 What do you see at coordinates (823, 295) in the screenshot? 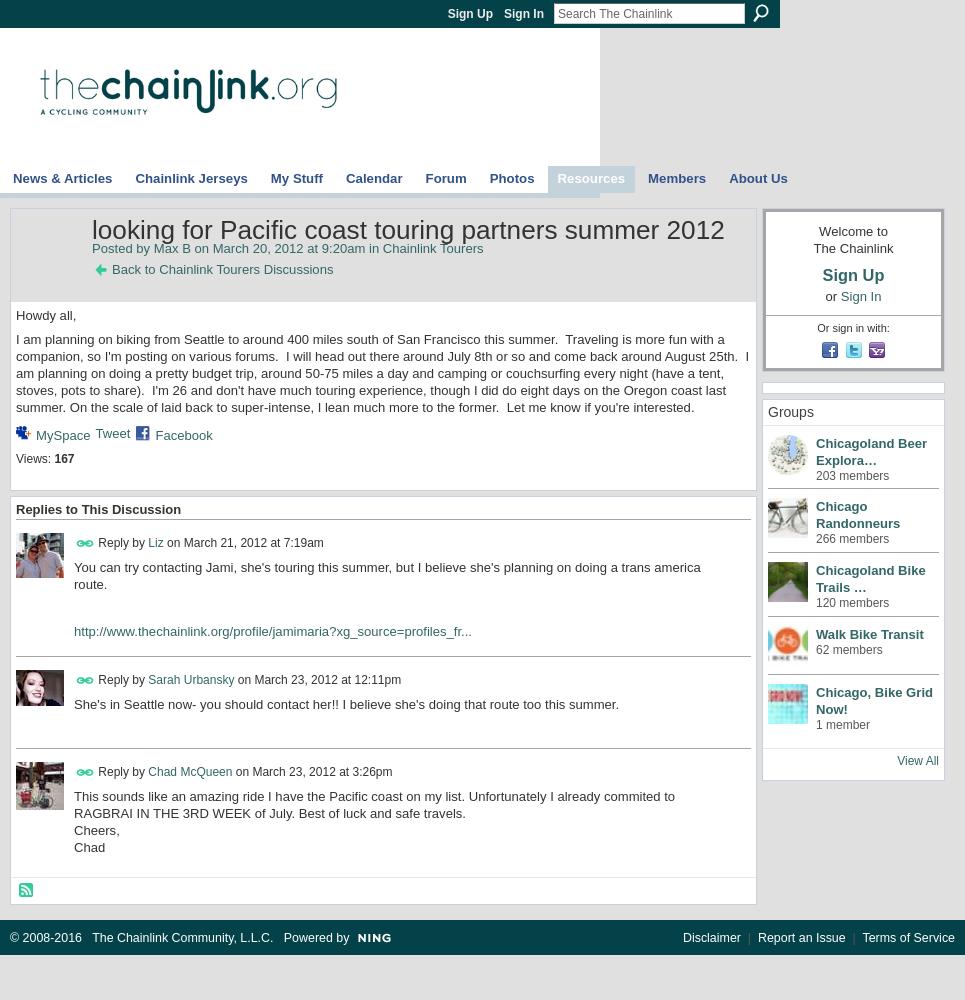
I see `'or'` at bounding box center [823, 295].